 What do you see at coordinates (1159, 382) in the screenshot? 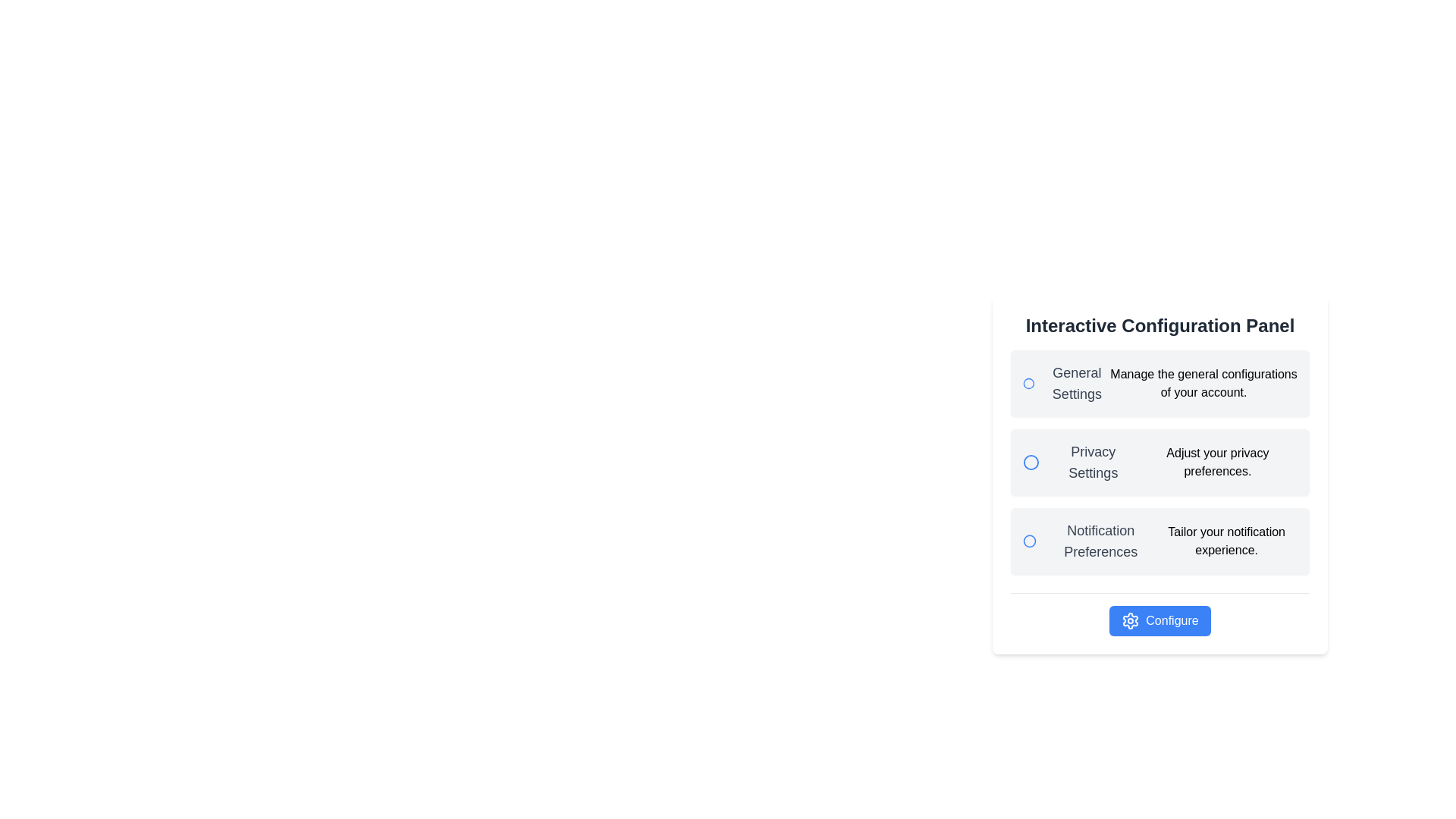
I see `the informational card for configuring general account settings located at the top of the list of similar cards in the interactive configuration panel` at bounding box center [1159, 382].